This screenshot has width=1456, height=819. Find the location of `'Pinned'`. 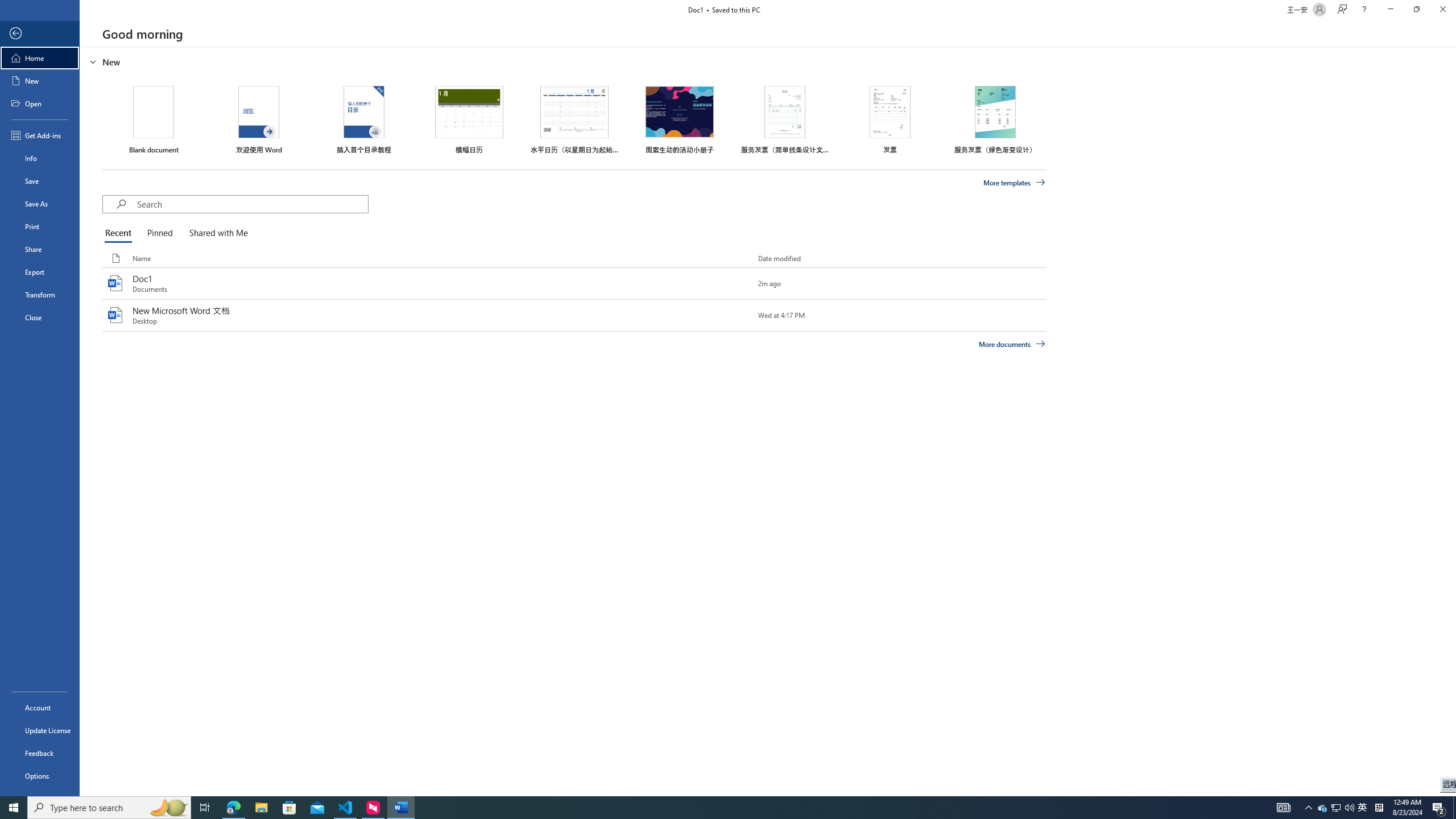

'Pinned' is located at coordinates (159, 233).